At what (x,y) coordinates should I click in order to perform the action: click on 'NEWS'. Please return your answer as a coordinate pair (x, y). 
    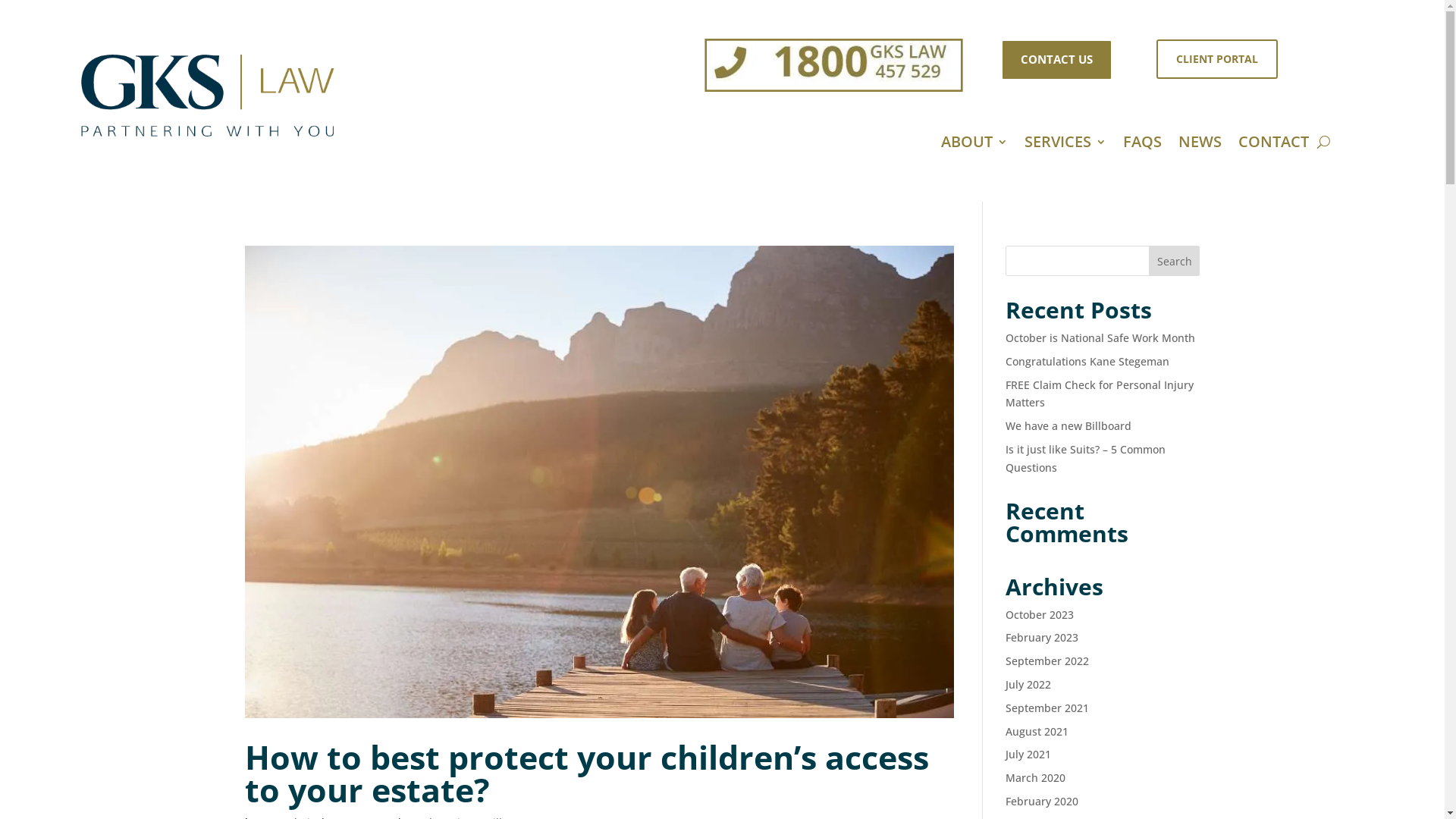
    Looking at the image, I should click on (1199, 145).